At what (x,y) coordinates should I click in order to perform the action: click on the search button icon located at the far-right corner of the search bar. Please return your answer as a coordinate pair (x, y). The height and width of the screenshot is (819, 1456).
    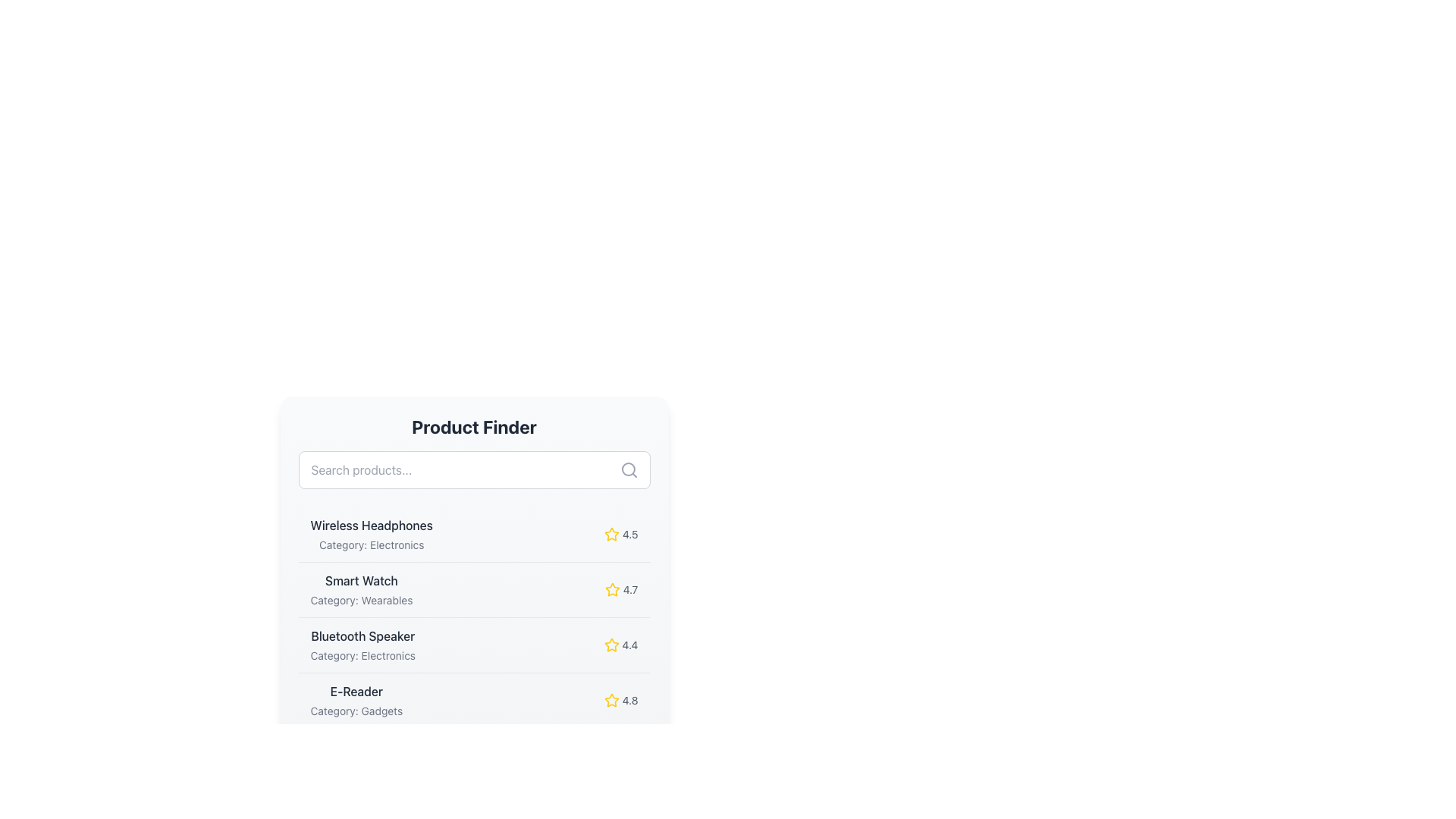
    Looking at the image, I should click on (629, 469).